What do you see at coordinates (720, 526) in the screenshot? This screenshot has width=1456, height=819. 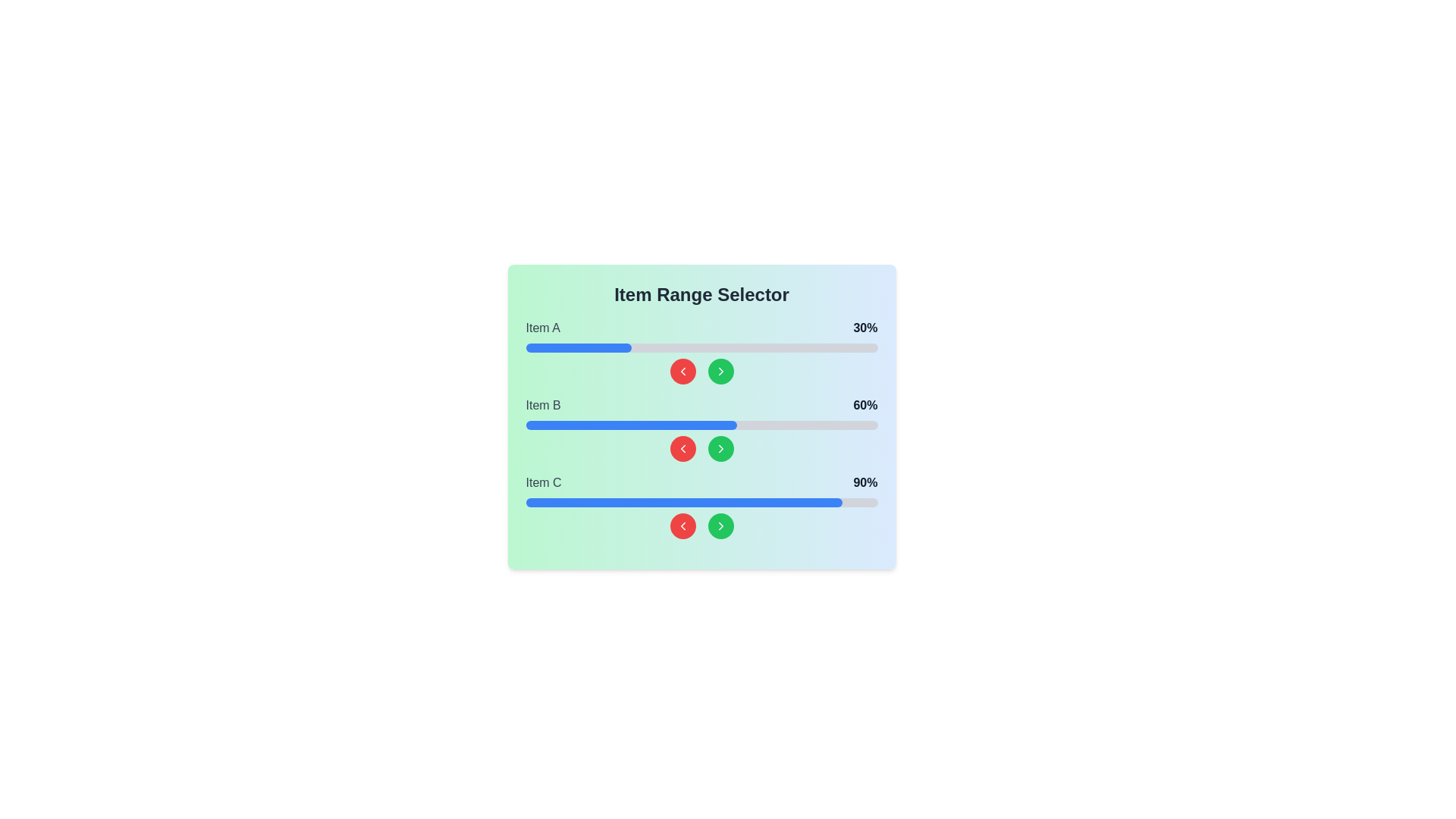 I see `the chevron icon in the 'Item C' section of the 'Item Range Selector'` at bounding box center [720, 526].